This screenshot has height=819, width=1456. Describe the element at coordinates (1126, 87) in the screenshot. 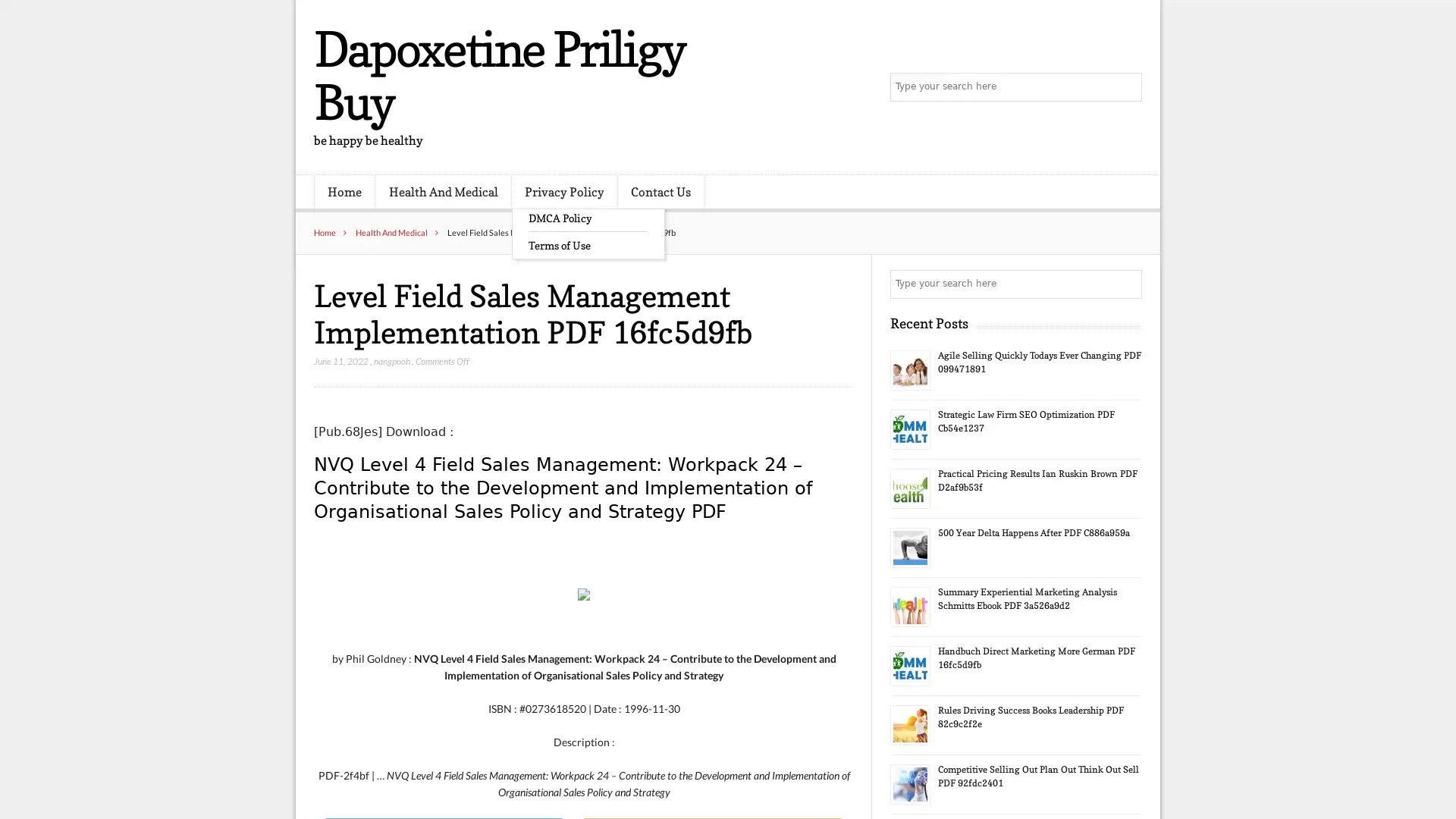

I see `Search` at that location.